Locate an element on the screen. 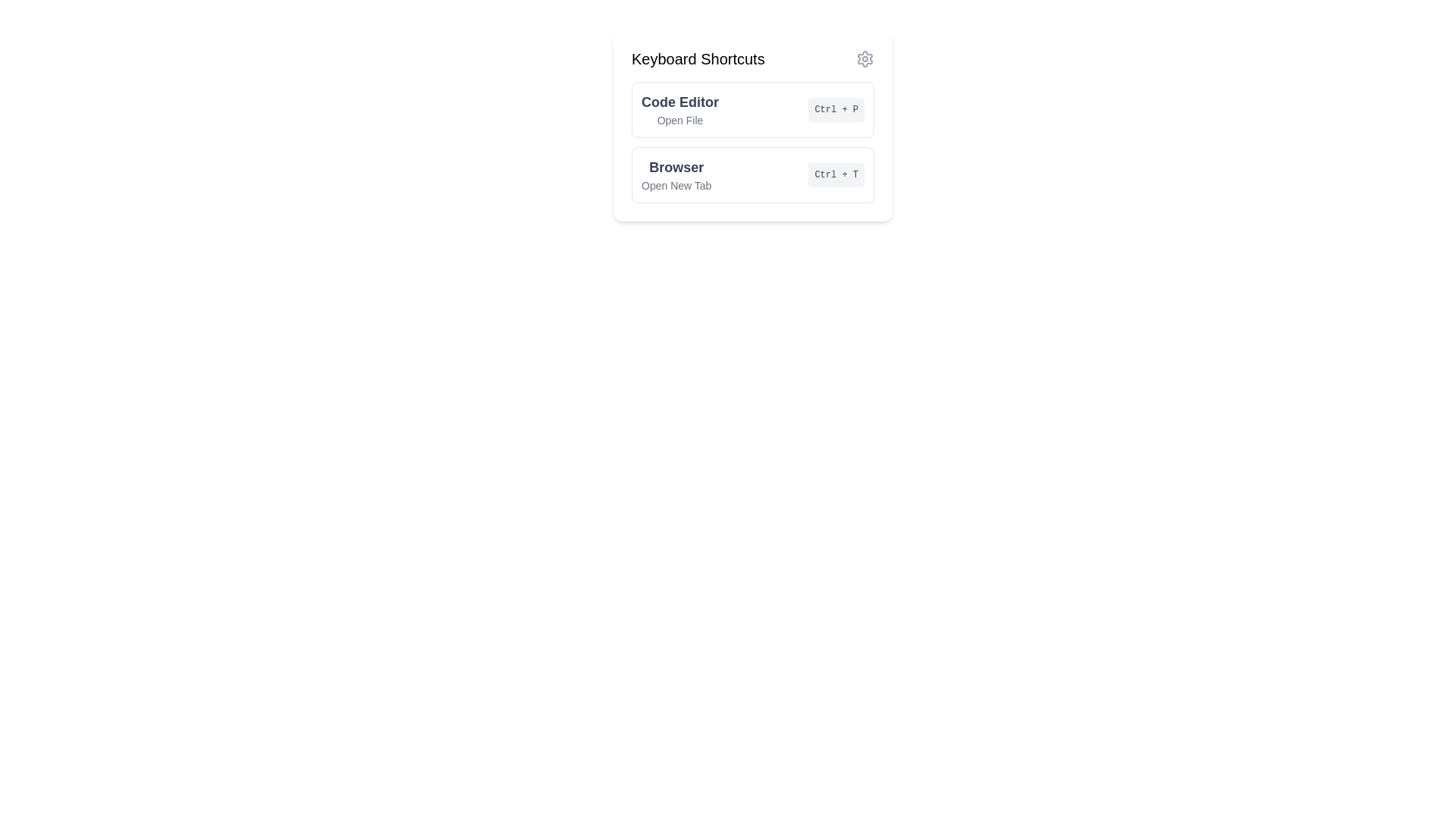  the settings icon located at the top-right corner of the 'Keyboard Shortcuts' box is located at coordinates (865, 58).